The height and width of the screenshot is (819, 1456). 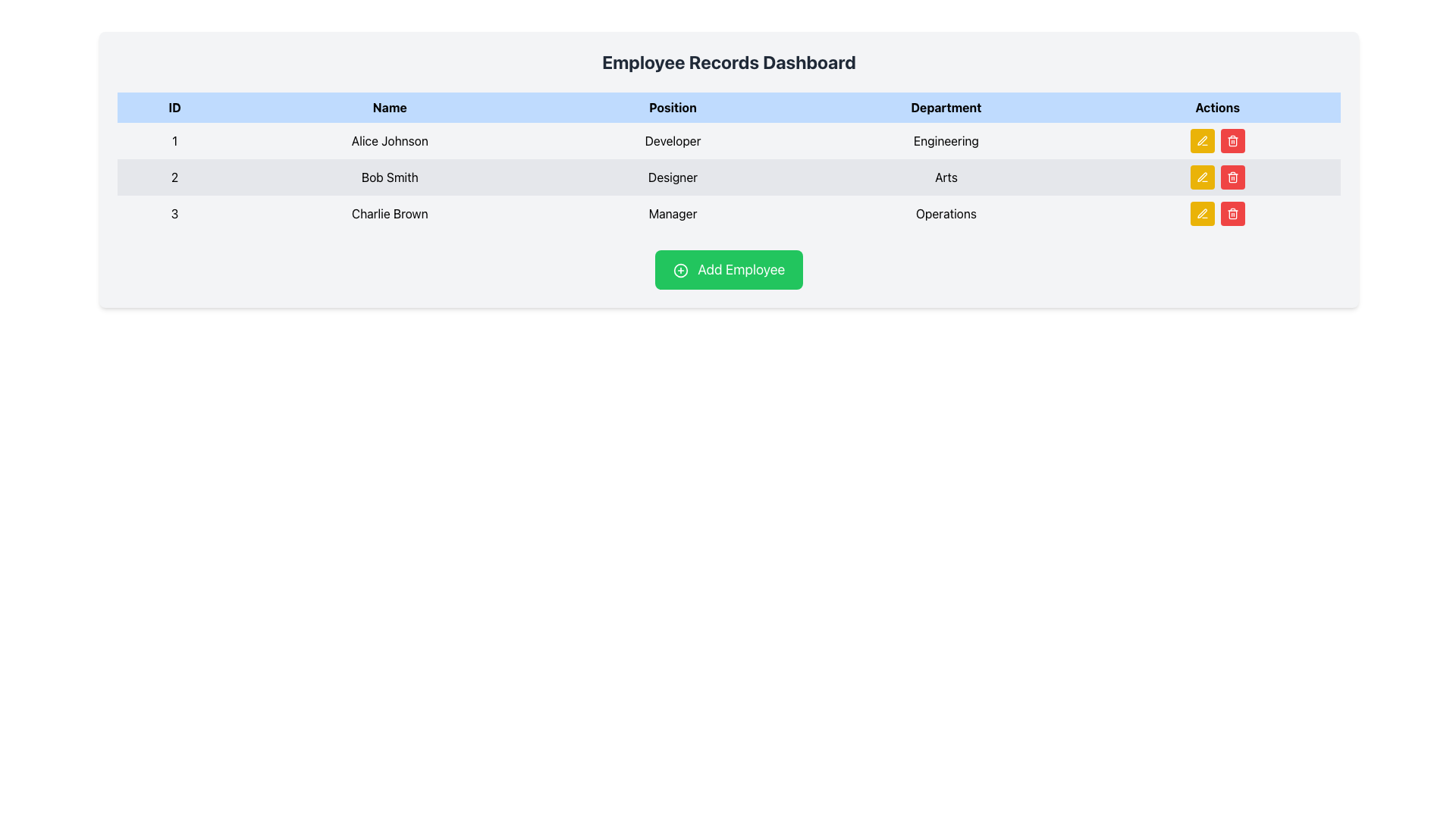 What do you see at coordinates (1232, 140) in the screenshot?
I see `the delete button located in the 'Actions' column of the second row in the table, which is next` at bounding box center [1232, 140].